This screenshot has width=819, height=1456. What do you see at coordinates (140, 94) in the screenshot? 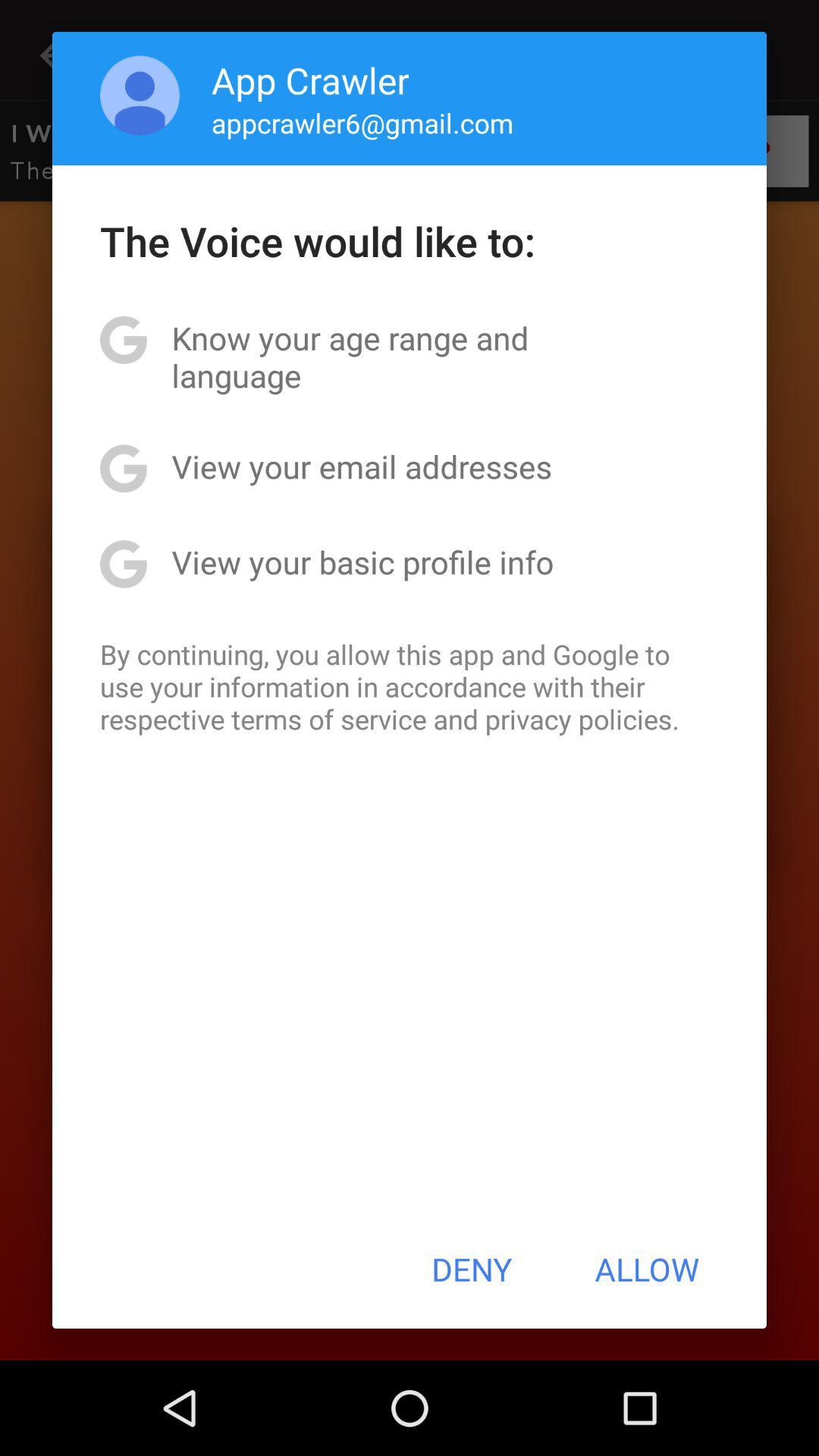
I see `the item above the the voice would` at bounding box center [140, 94].